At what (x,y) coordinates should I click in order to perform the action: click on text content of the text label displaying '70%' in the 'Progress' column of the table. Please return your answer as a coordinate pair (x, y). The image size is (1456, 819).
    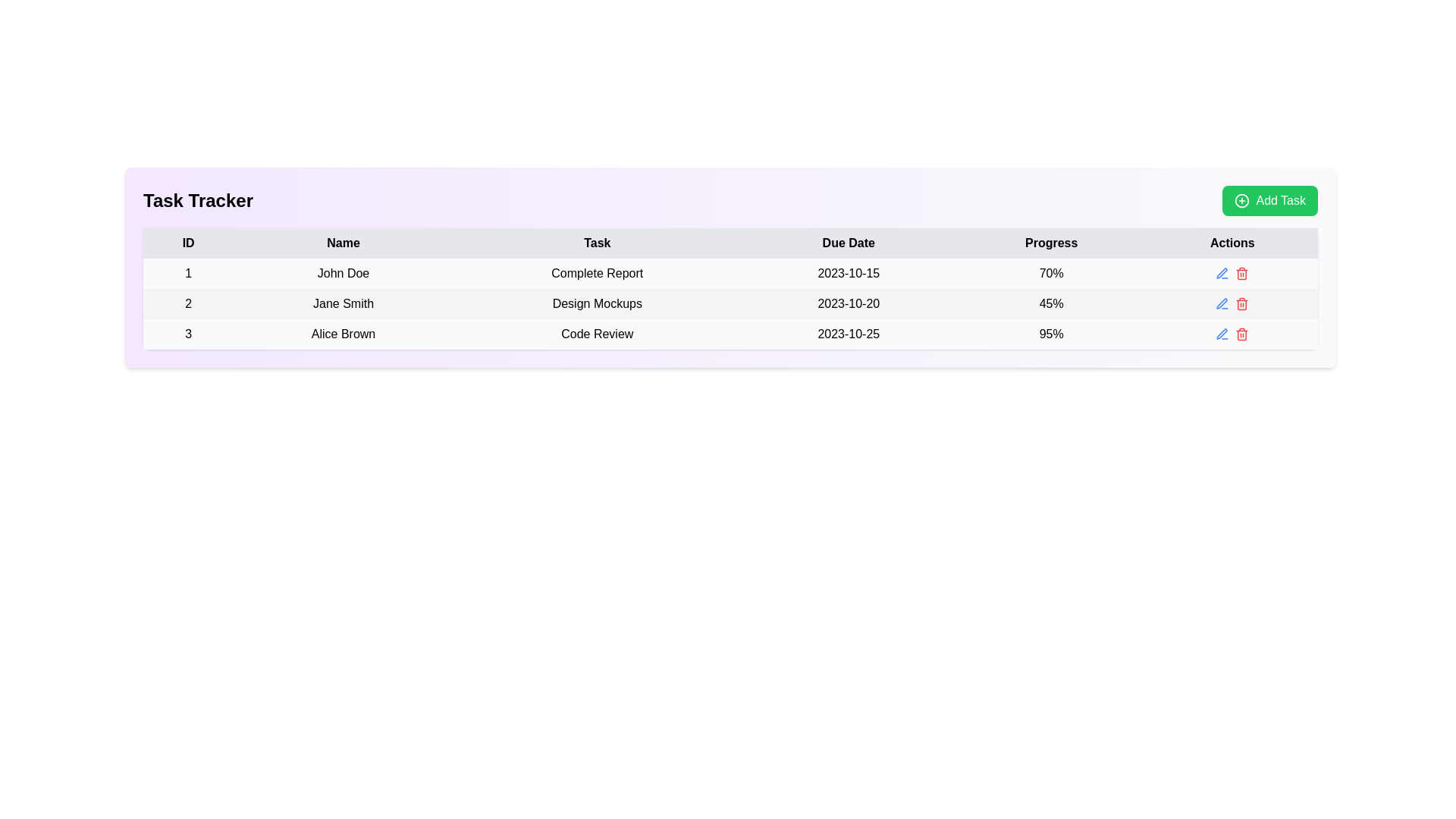
    Looking at the image, I should click on (1050, 274).